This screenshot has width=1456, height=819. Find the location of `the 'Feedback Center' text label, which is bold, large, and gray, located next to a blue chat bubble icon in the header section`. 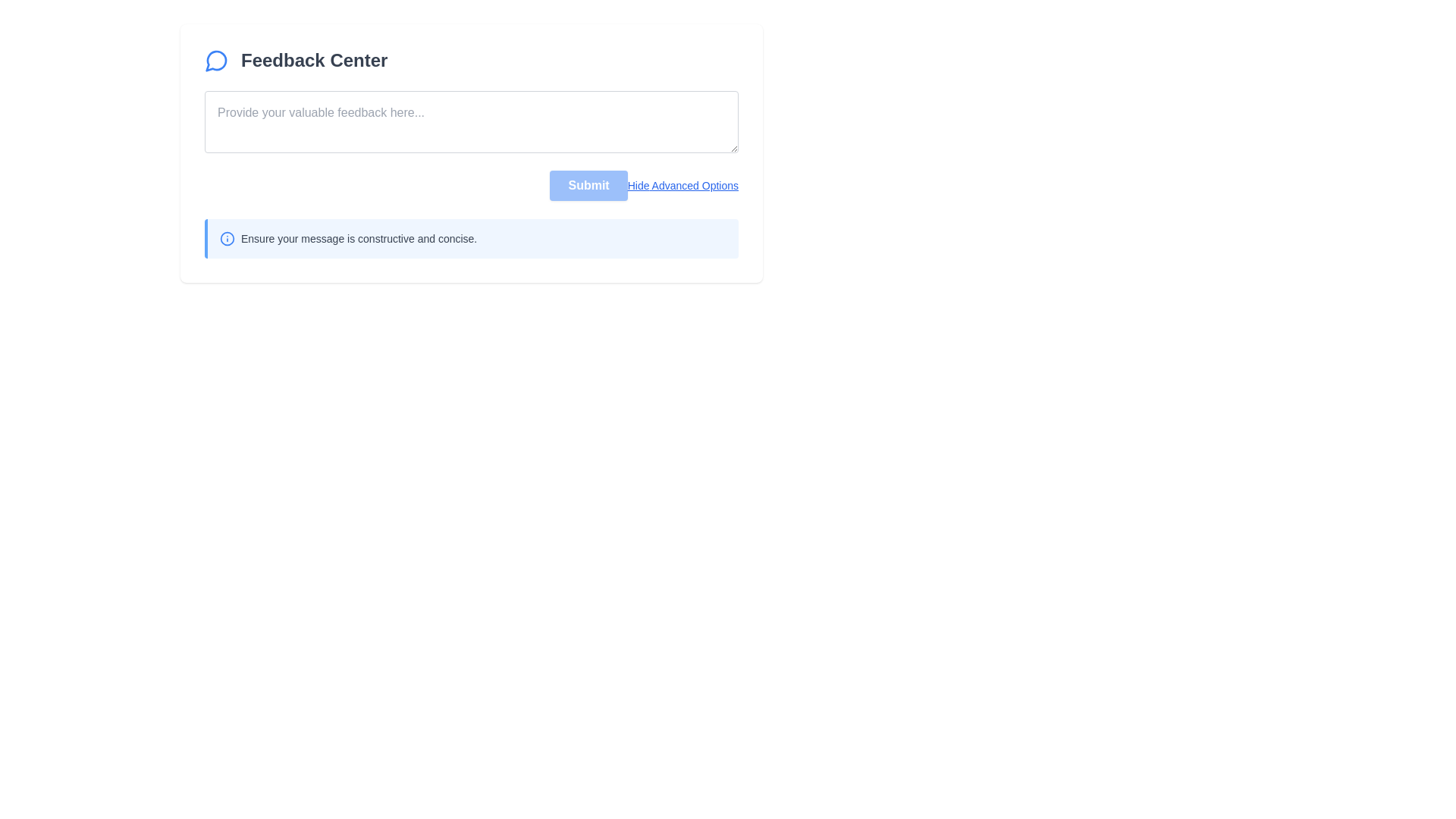

the 'Feedback Center' text label, which is bold, large, and gray, located next to a blue chat bubble icon in the header section is located at coordinates (313, 60).